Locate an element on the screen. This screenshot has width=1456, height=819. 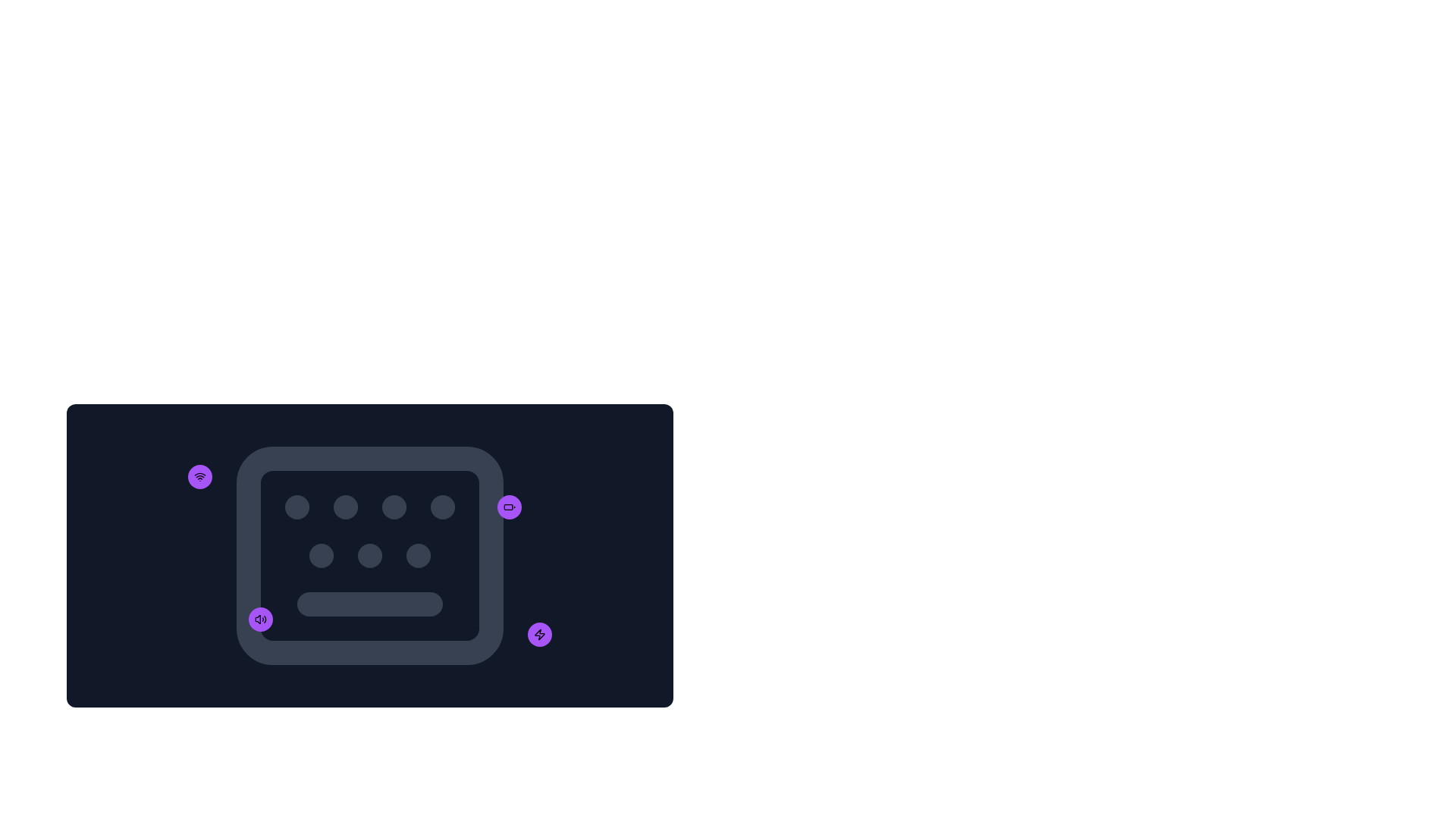
the circular purple button with a white Wi-Fi symbol is located at coordinates (199, 475).